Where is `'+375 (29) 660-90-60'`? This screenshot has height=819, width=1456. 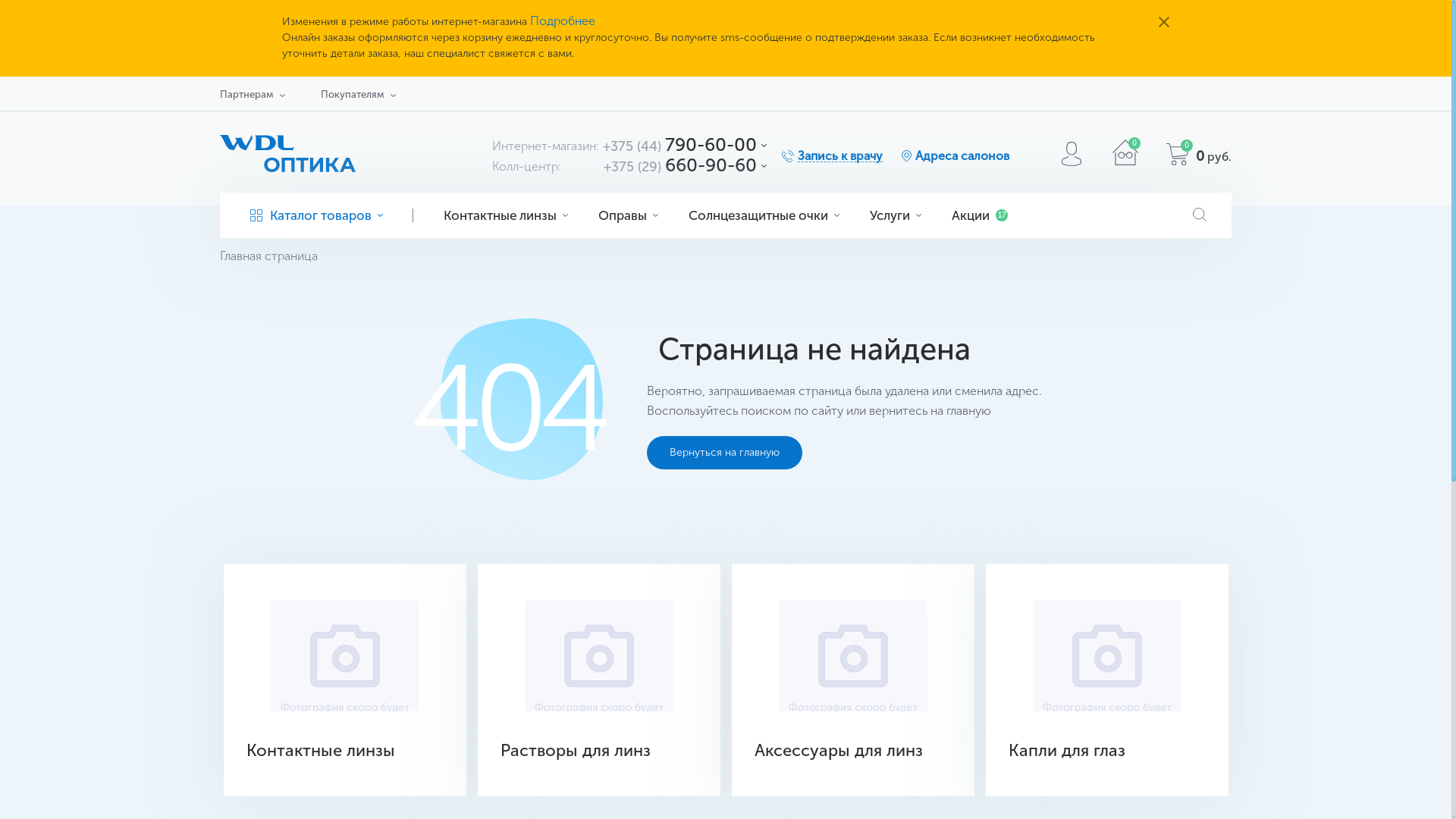 '+375 (29) 660-90-60' is located at coordinates (679, 165).